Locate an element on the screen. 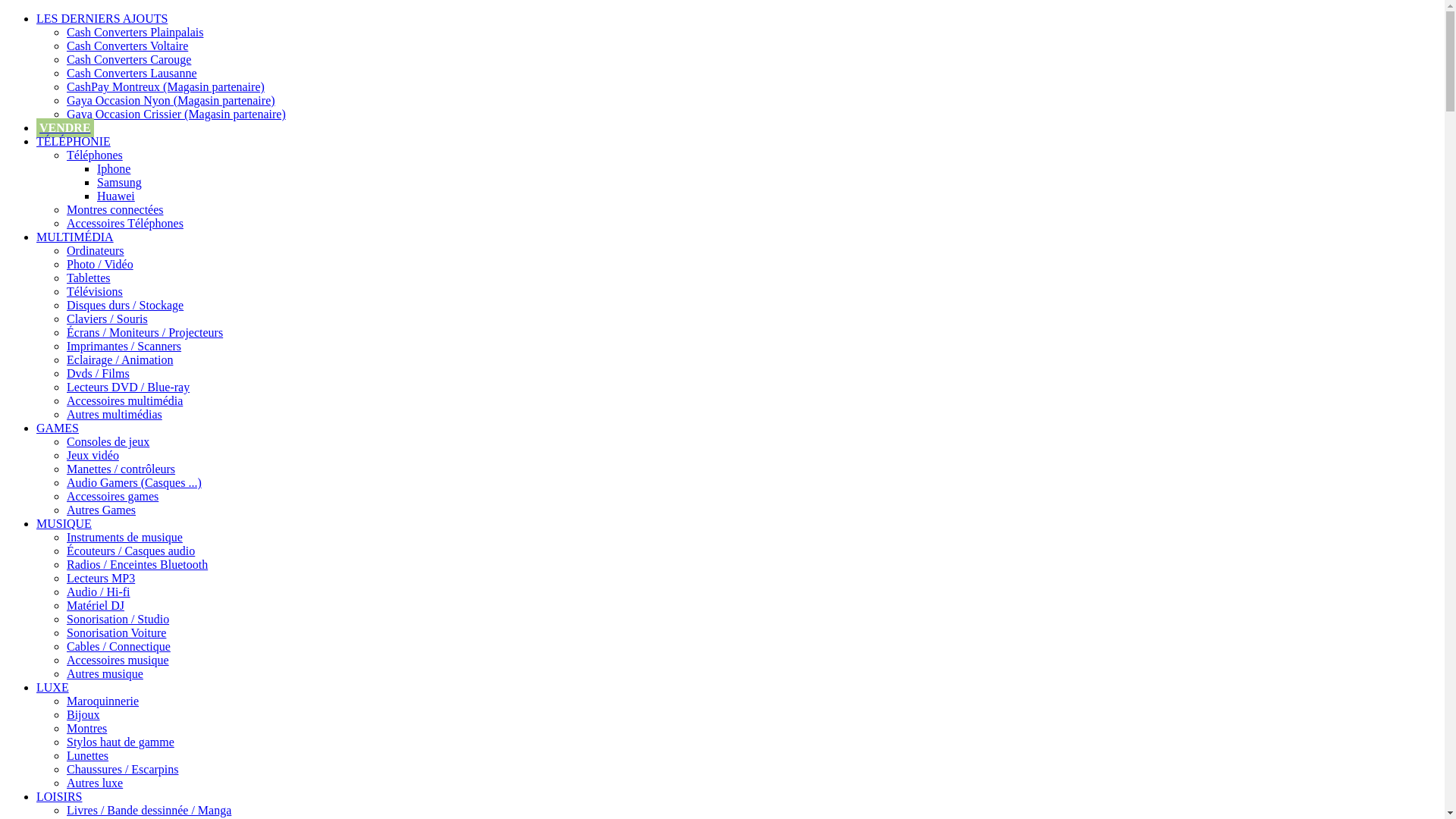 Image resolution: width=1456 pixels, height=819 pixels. 'Bijoux' is located at coordinates (83, 714).